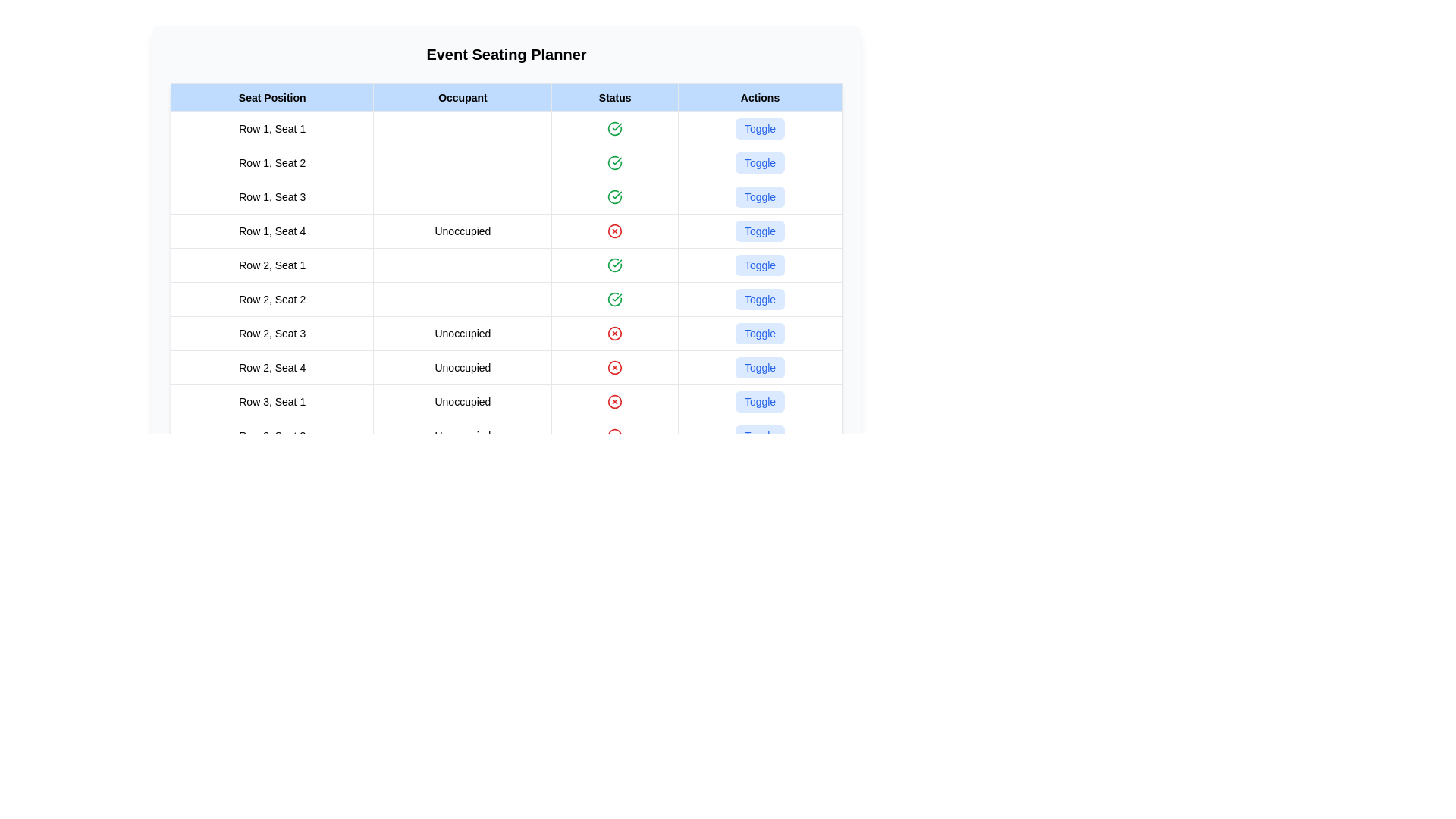  Describe the element at coordinates (462, 368) in the screenshot. I see `the text label displaying the status 'Unoccupied' in the second column of Row 2, Seat 4 under the 'Occupant' header` at that location.